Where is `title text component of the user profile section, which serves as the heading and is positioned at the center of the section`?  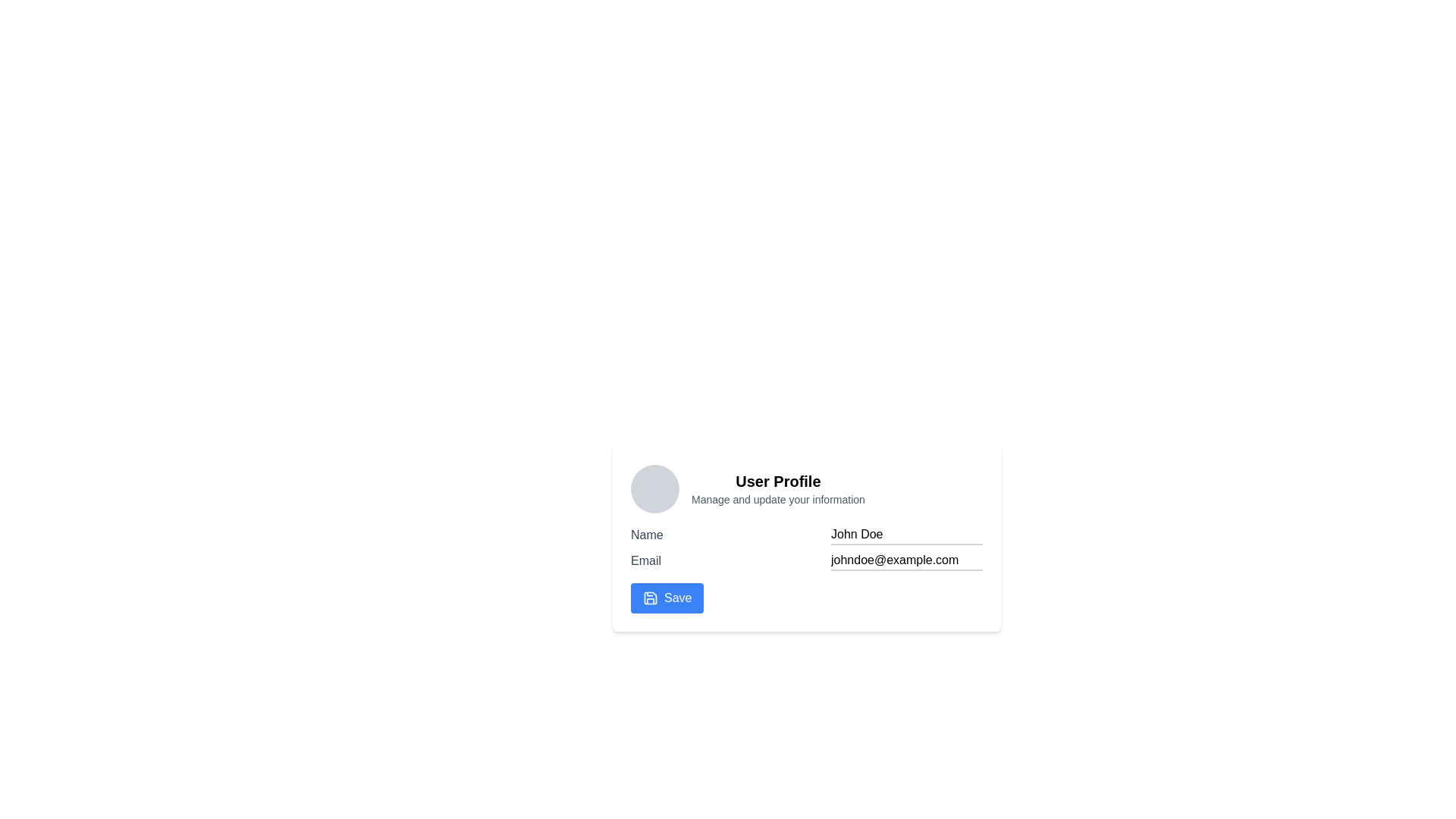 title text component of the user profile section, which serves as the heading and is positioned at the center of the section is located at coordinates (778, 482).